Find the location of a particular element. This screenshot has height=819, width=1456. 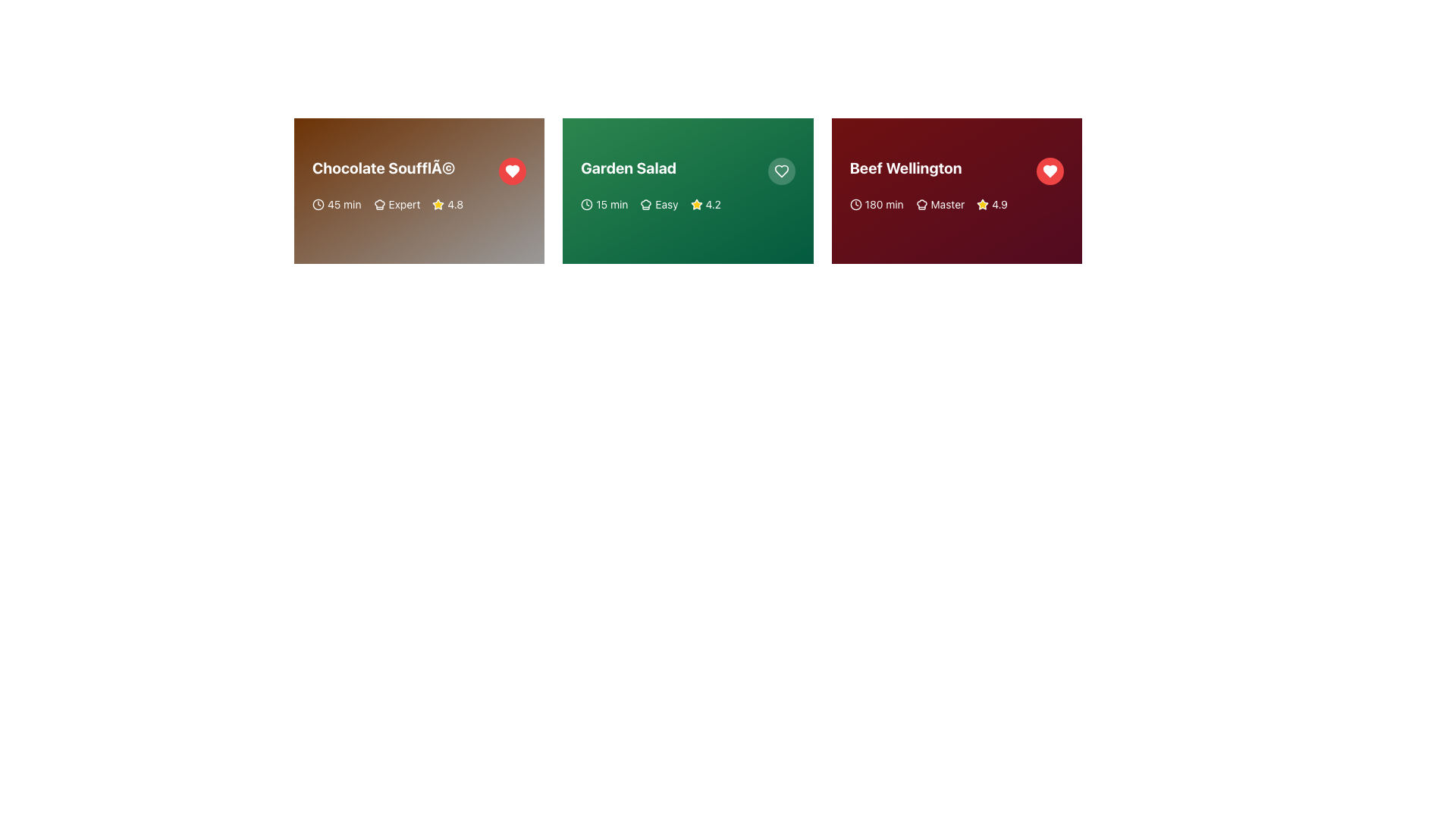

text of the 'Beef Wellington' label located at the top left of its containing card on a red-toned background is located at coordinates (955, 171).